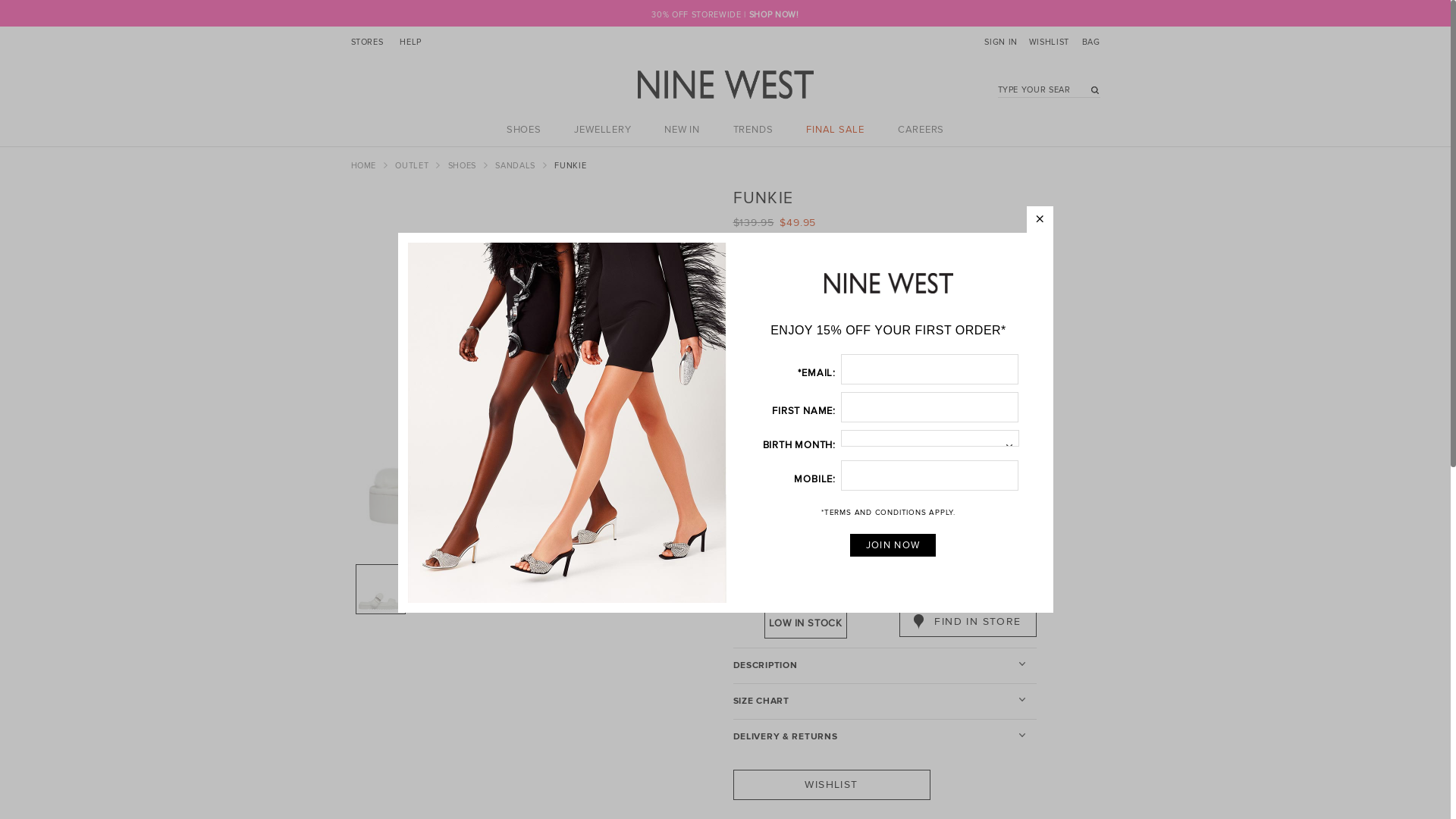 This screenshot has width=1456, height=819. I want to click on 'FUNKIE  IVORY', so click(534, 373).